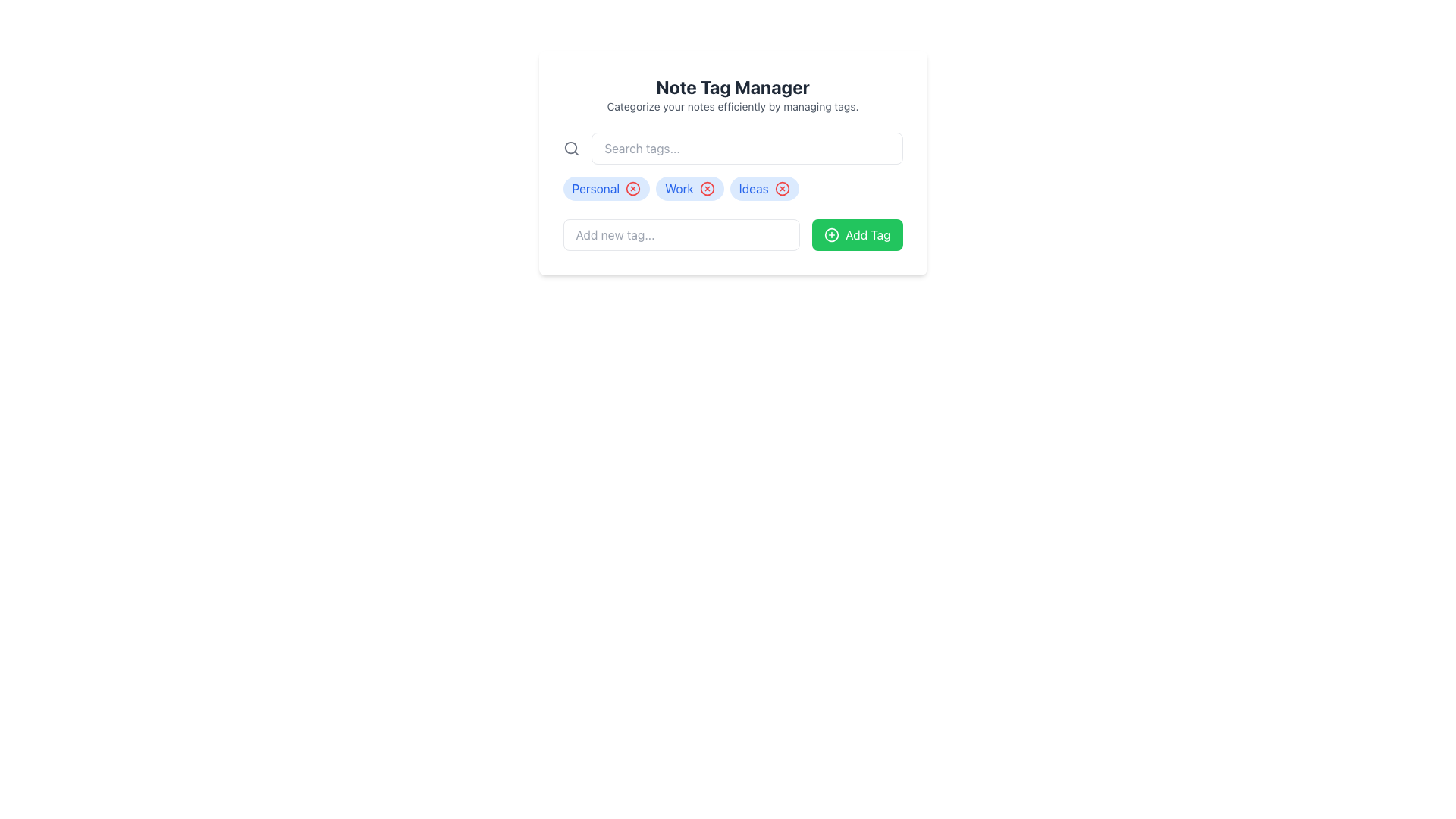  I want to click on the innermost circular part of the search icon located to the left of the 'Search tags...' input field at the top-center of the interface, so click(570, 148).